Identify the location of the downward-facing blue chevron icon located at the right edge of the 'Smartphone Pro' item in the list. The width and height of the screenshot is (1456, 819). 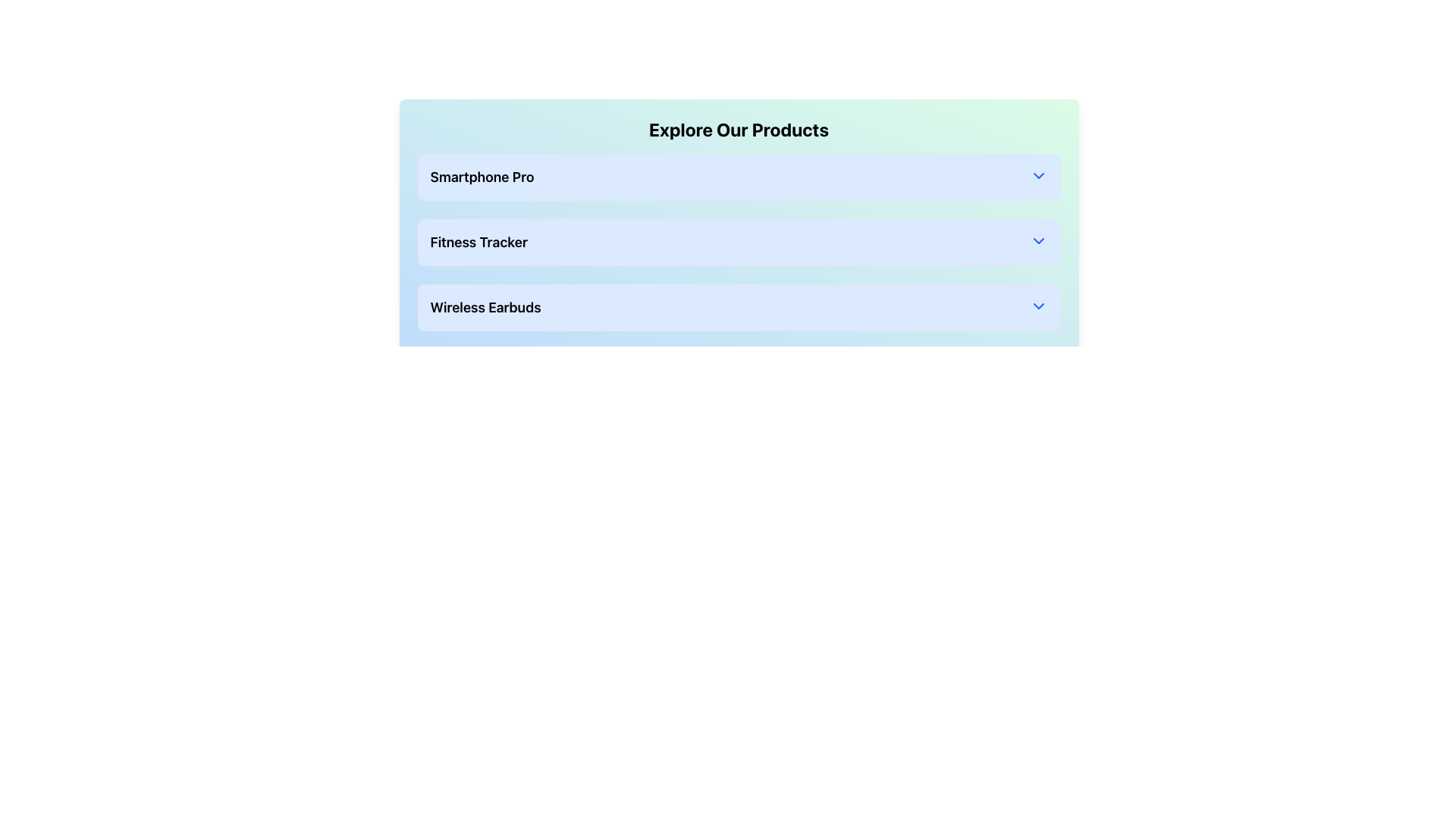
(1037, 174).